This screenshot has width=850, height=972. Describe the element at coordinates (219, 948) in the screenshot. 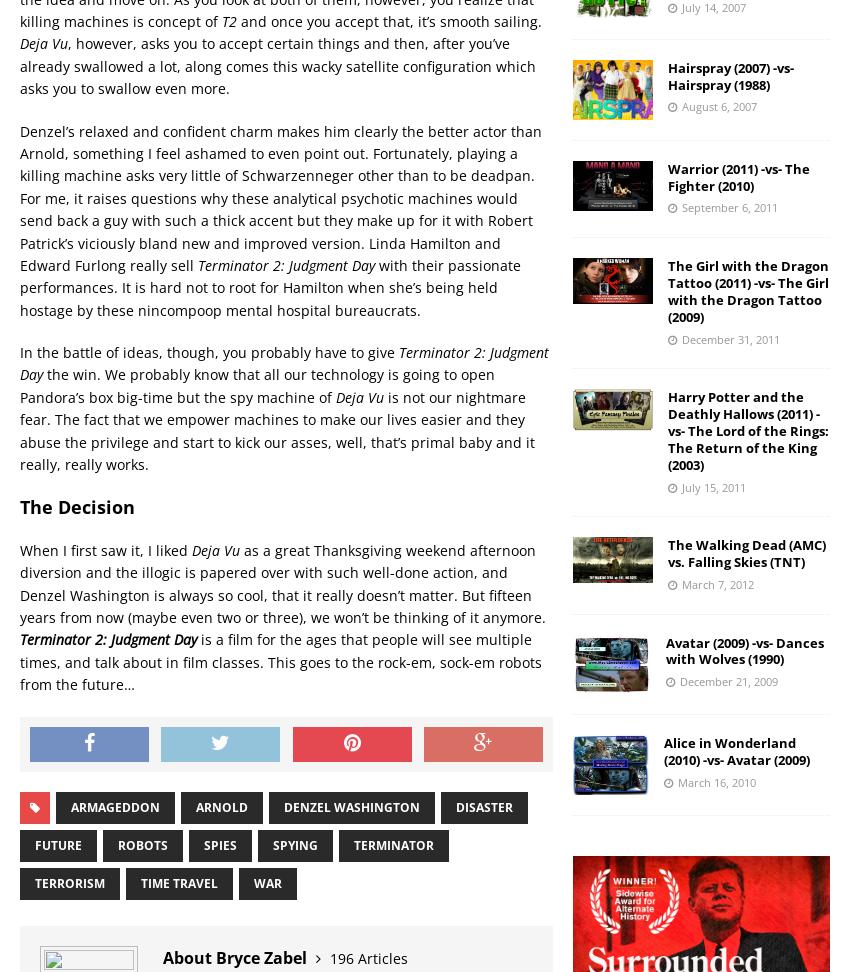

I see `'[ November 8, 2012 ]'` at that location.